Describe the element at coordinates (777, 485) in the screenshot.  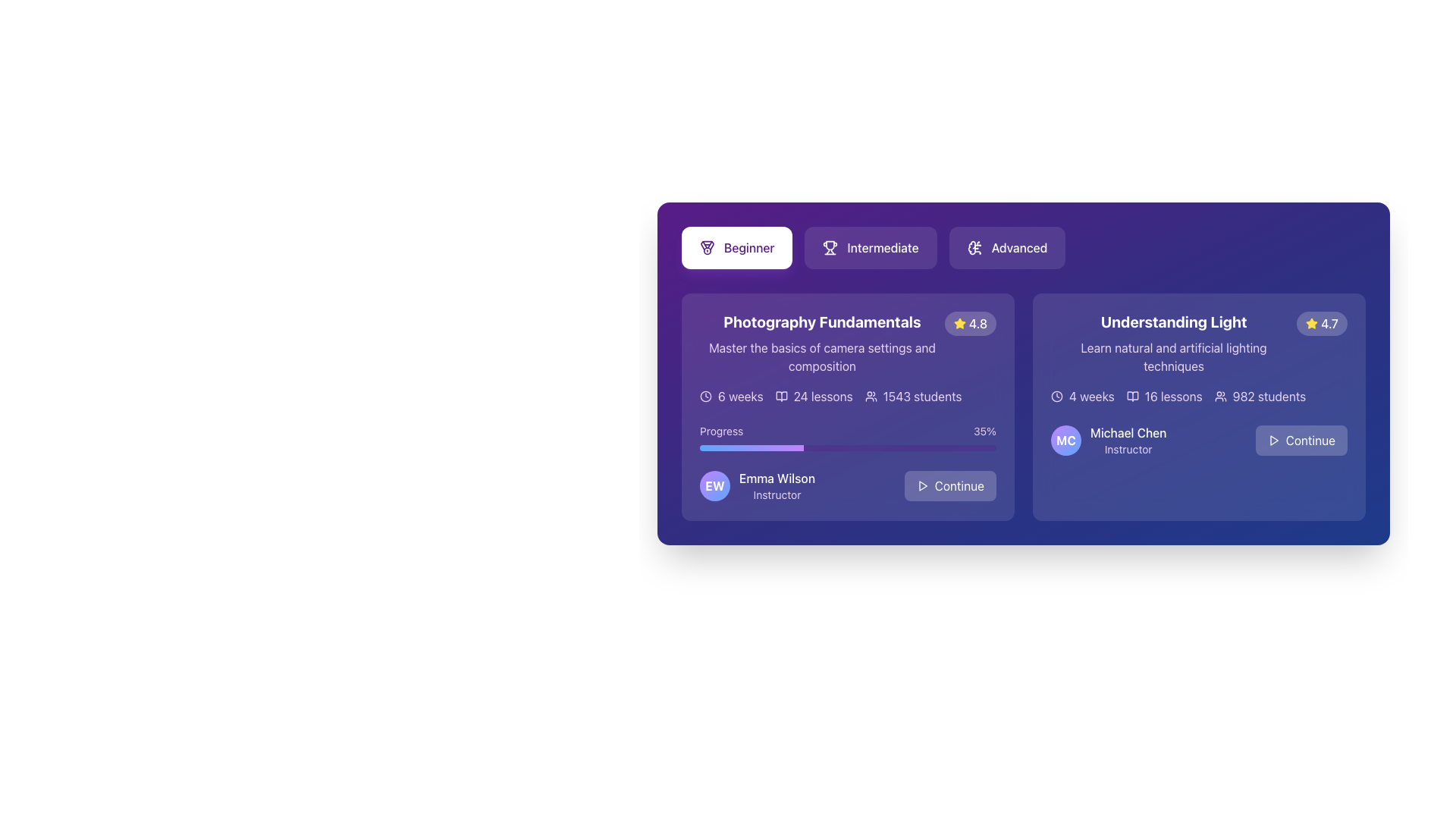
I see `details displayed in the text block showing the instructor's name 'Emma Wilson' and title 'Instructor', located below the circular avatar with initials 'EW' and to the left of the 'Continue' button` at that location.